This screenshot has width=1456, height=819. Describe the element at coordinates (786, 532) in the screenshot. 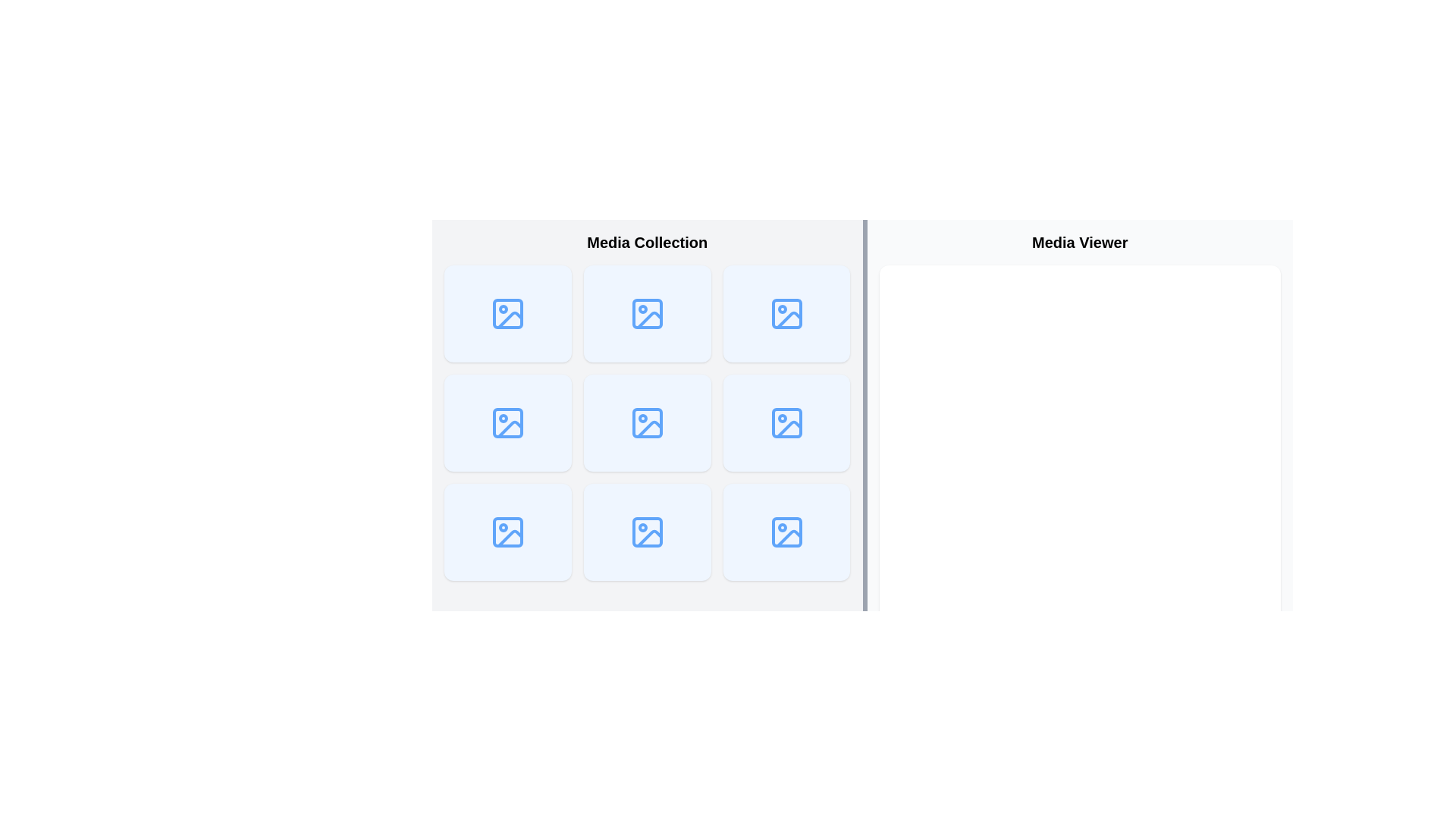

I see `the bottom-right button in the 'Media Collection' section that contains an SVG icon` at that location.